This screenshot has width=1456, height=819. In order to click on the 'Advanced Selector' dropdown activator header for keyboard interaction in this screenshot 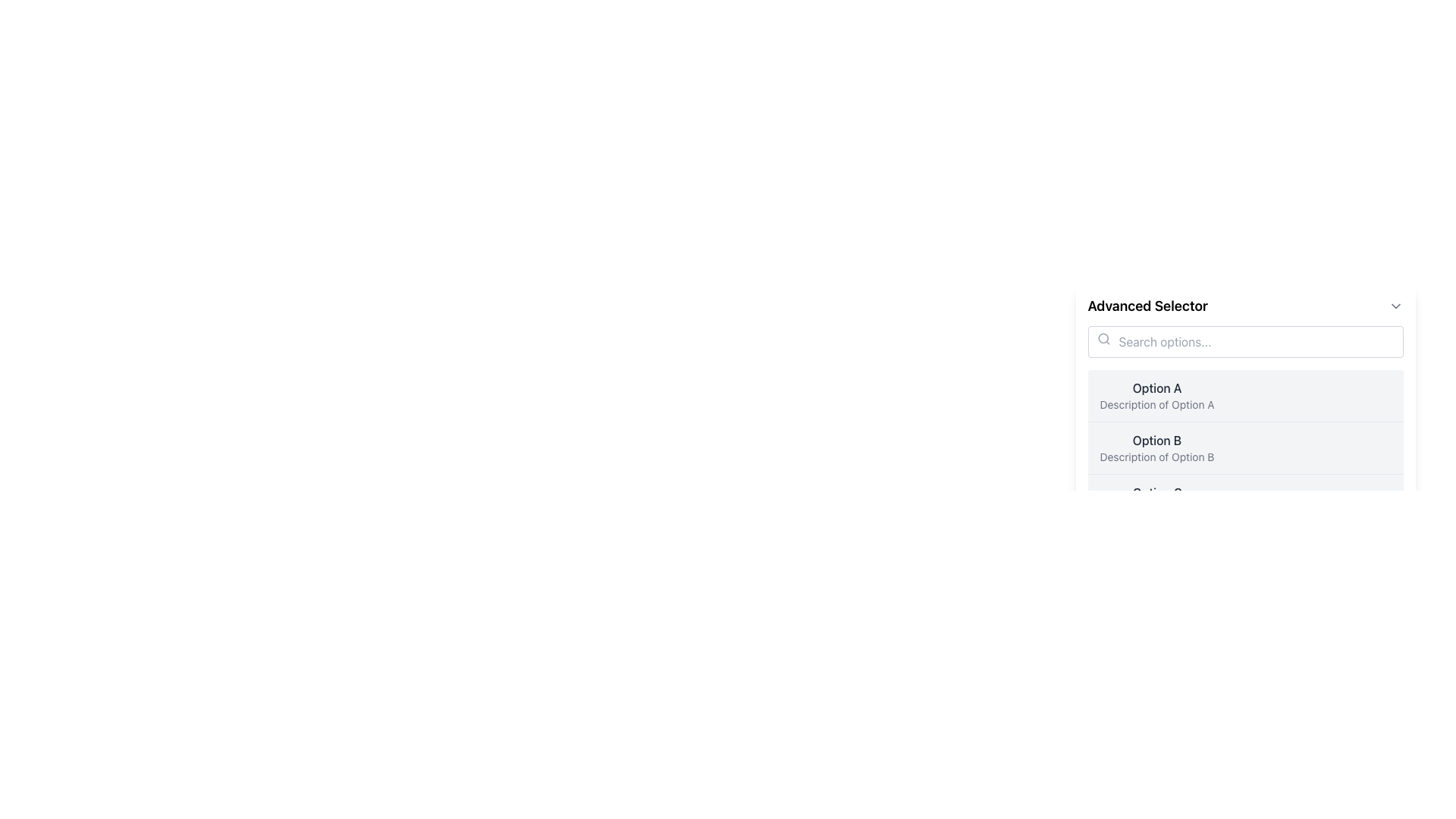, I will do `click(1245, 306)`.